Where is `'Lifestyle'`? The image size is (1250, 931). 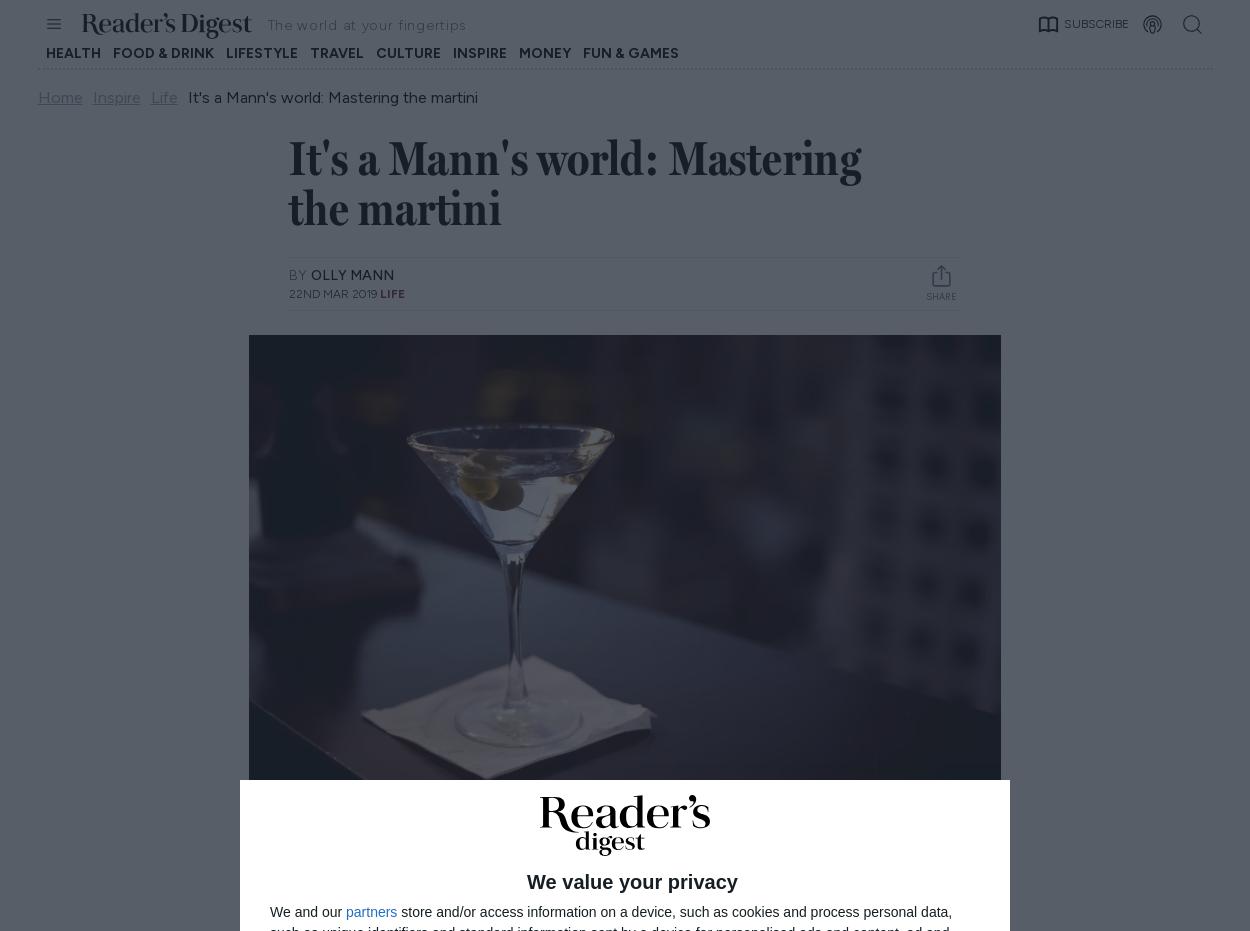 'Lifestyle' is located at coordinates (261, 52).